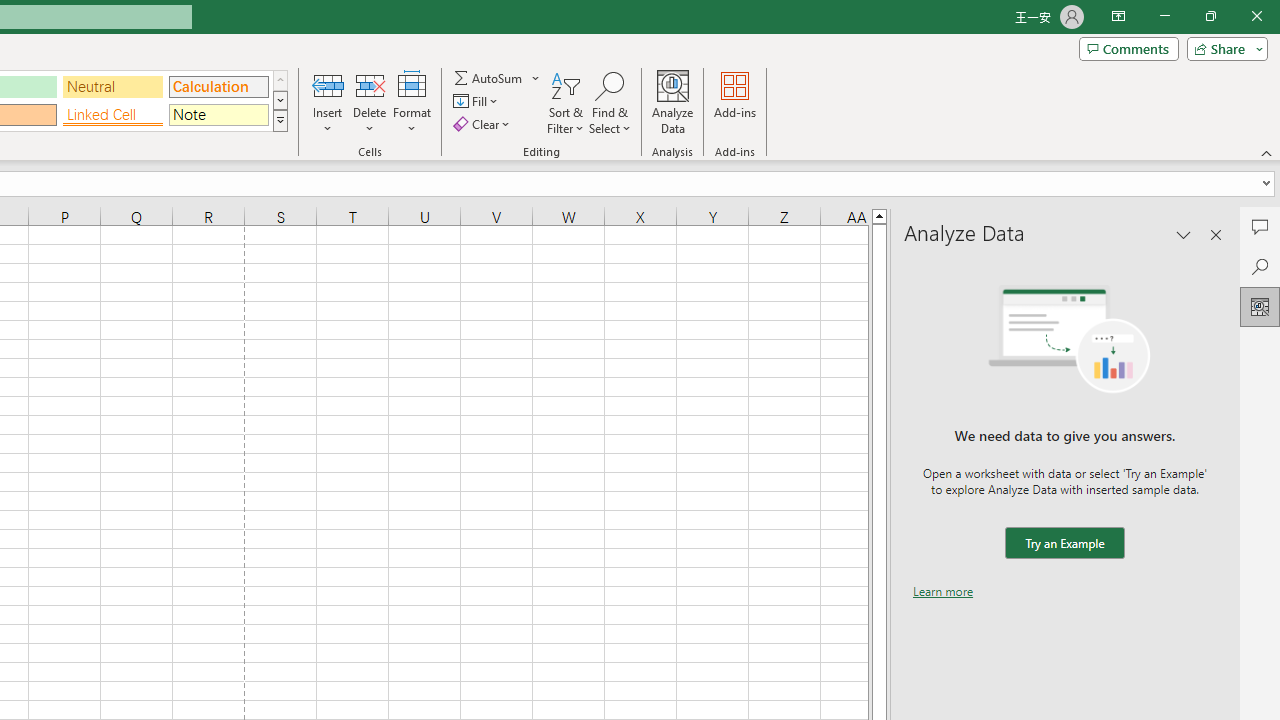 The width and height of the screenshot is (1280, 720). What do you see at coordinates (369, 84) in the screenshot?
I see `'Delete Cells...'` at bounding box center [369, 84].